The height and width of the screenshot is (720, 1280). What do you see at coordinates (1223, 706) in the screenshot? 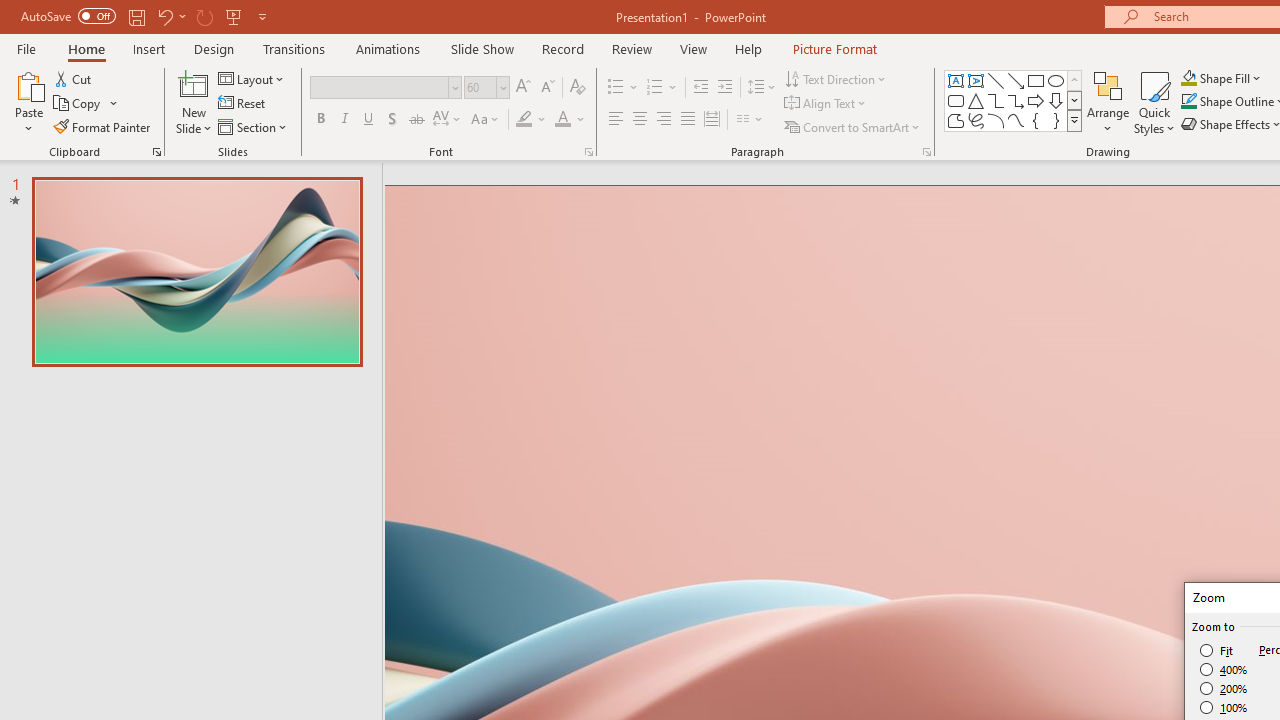
I see `'100%'` at bounding box center [1223, 706].